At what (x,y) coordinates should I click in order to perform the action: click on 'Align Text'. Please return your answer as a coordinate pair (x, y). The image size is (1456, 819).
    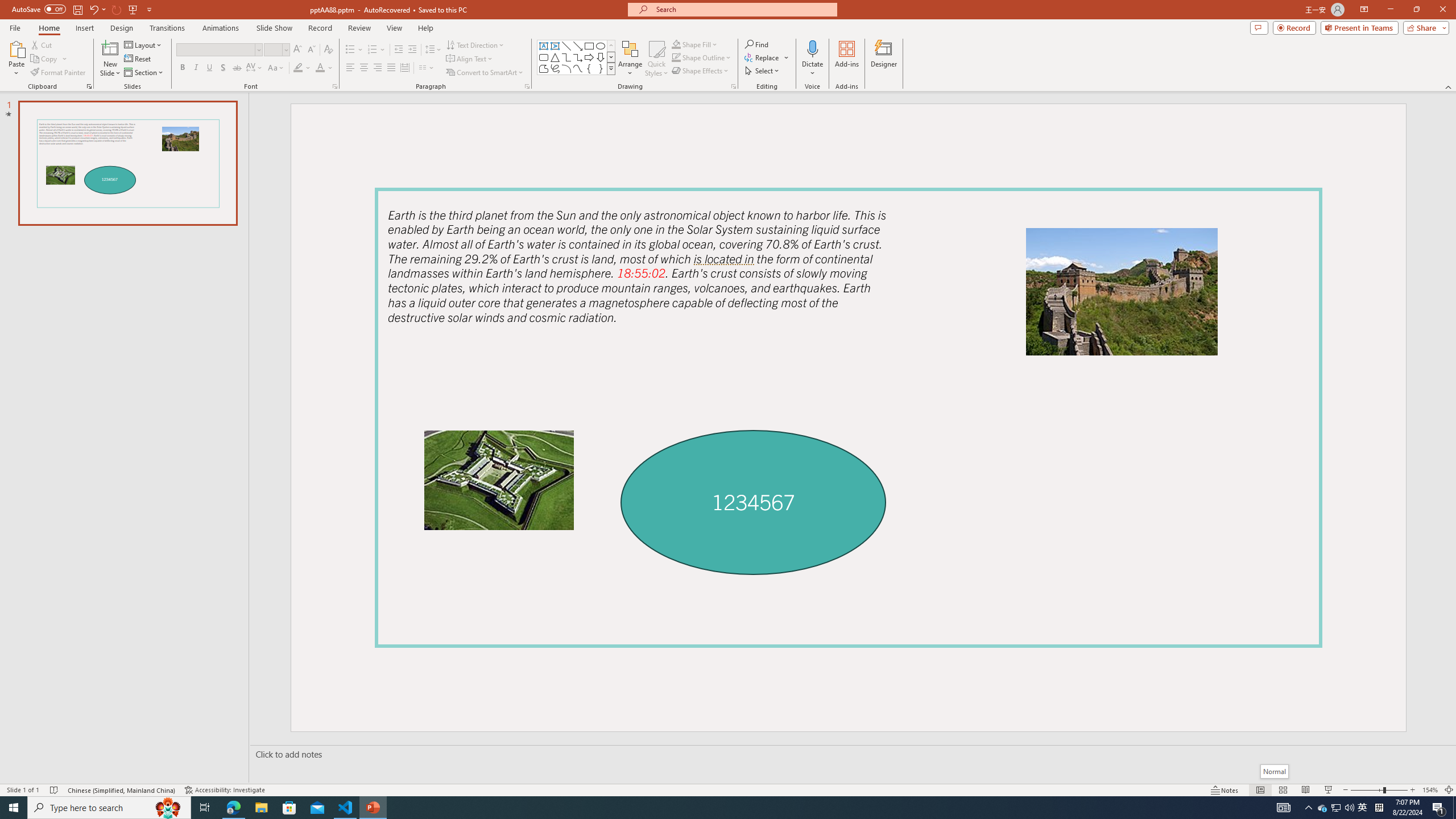
    Looking at the image, I should click on (470, 59).